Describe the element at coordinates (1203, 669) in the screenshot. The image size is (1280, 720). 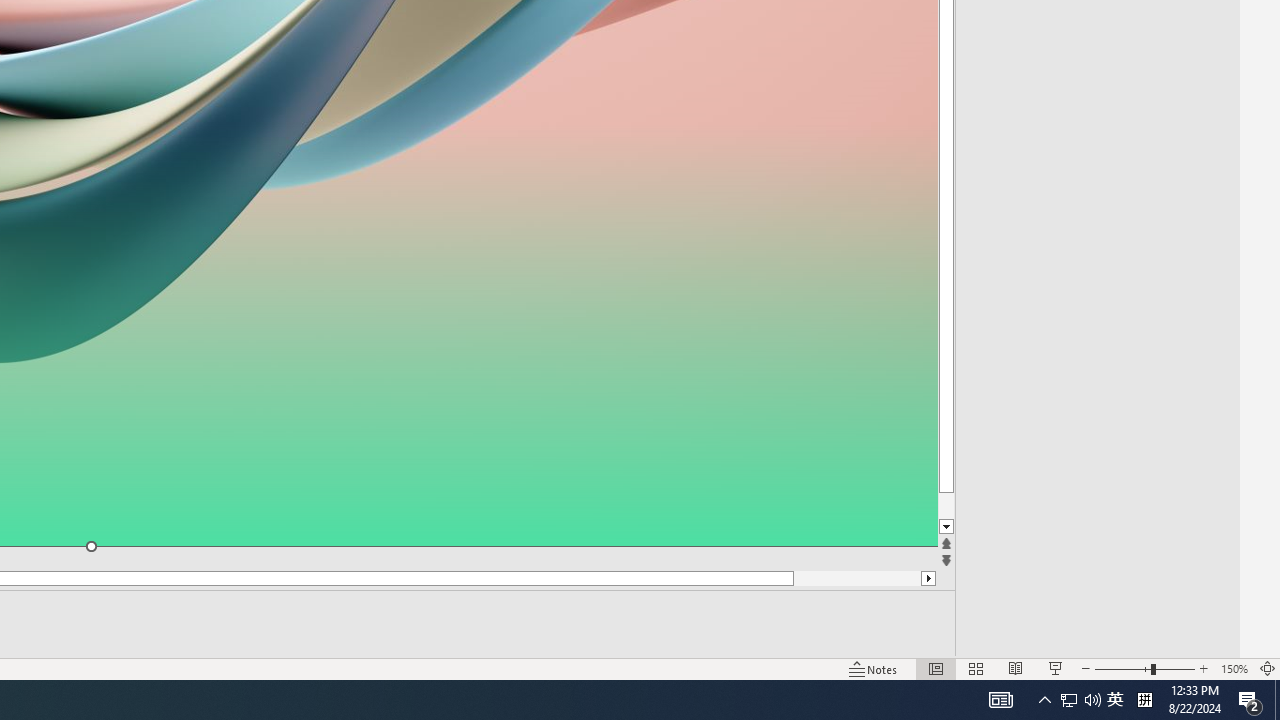
I see `'Zoom In'` at that location.